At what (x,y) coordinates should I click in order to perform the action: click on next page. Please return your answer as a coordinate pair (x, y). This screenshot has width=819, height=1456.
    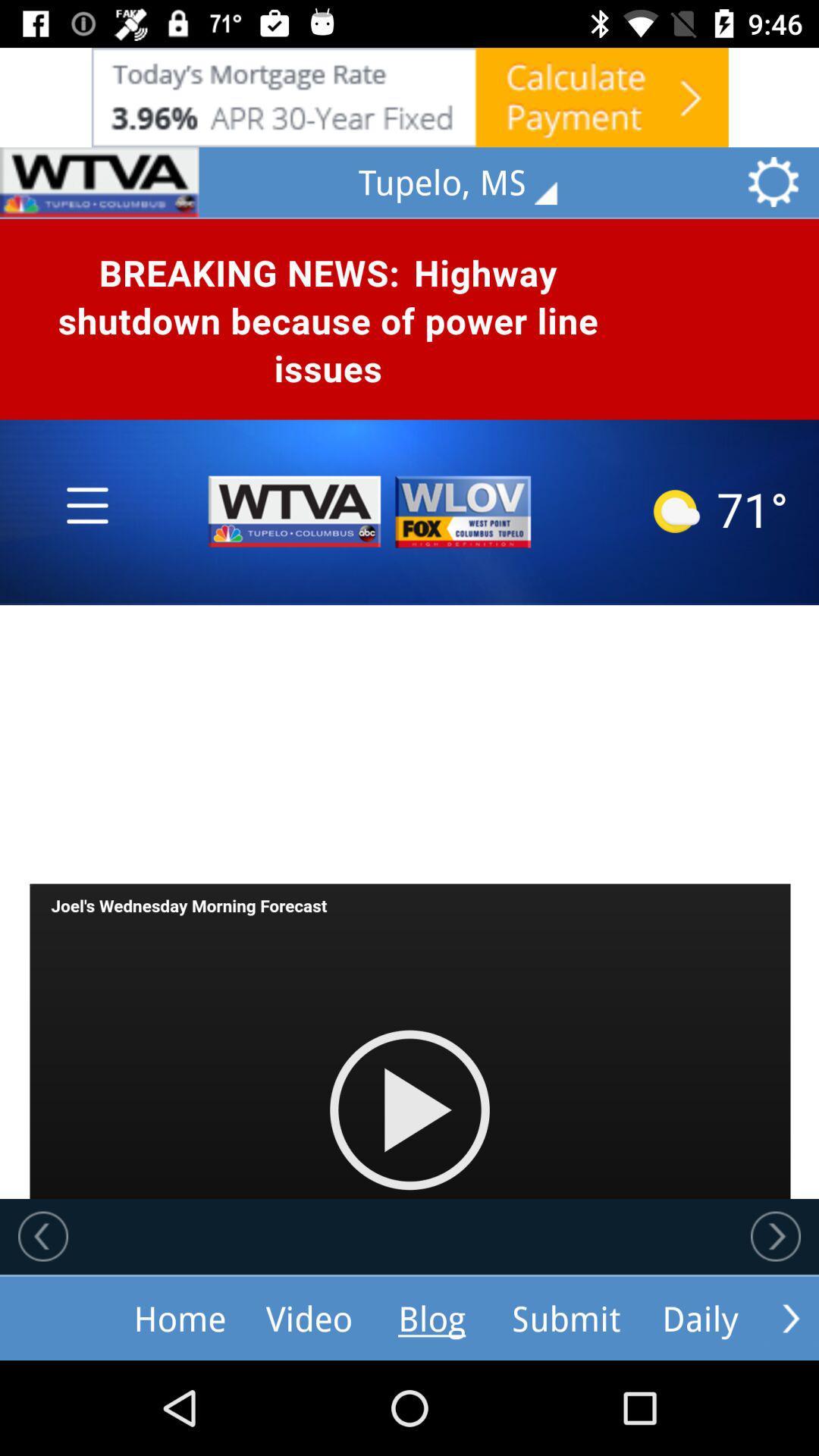
    Looking at the image, I should click on (775, 1236).